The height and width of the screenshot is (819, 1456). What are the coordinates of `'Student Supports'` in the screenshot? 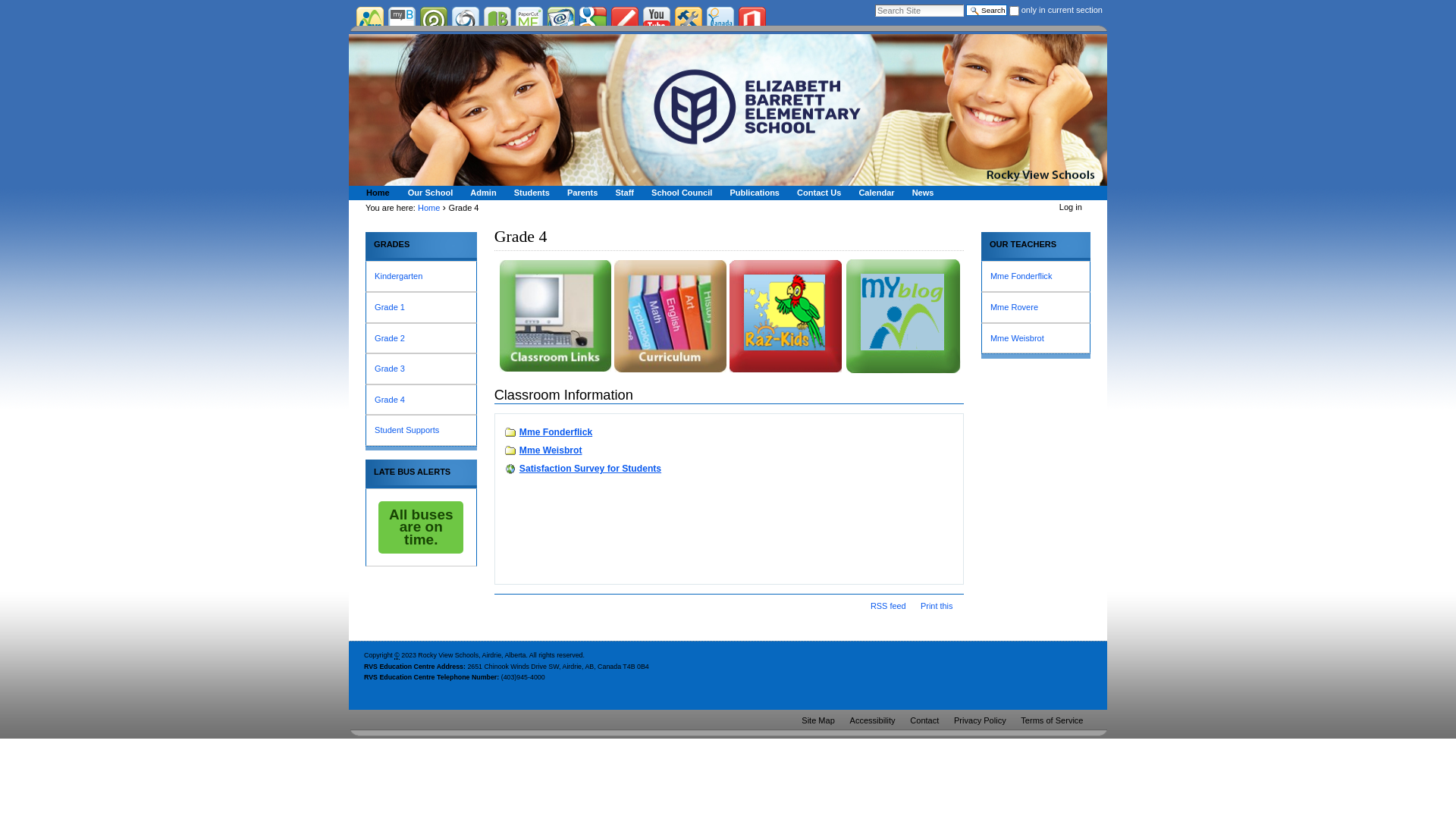 It's located at (421, 430).